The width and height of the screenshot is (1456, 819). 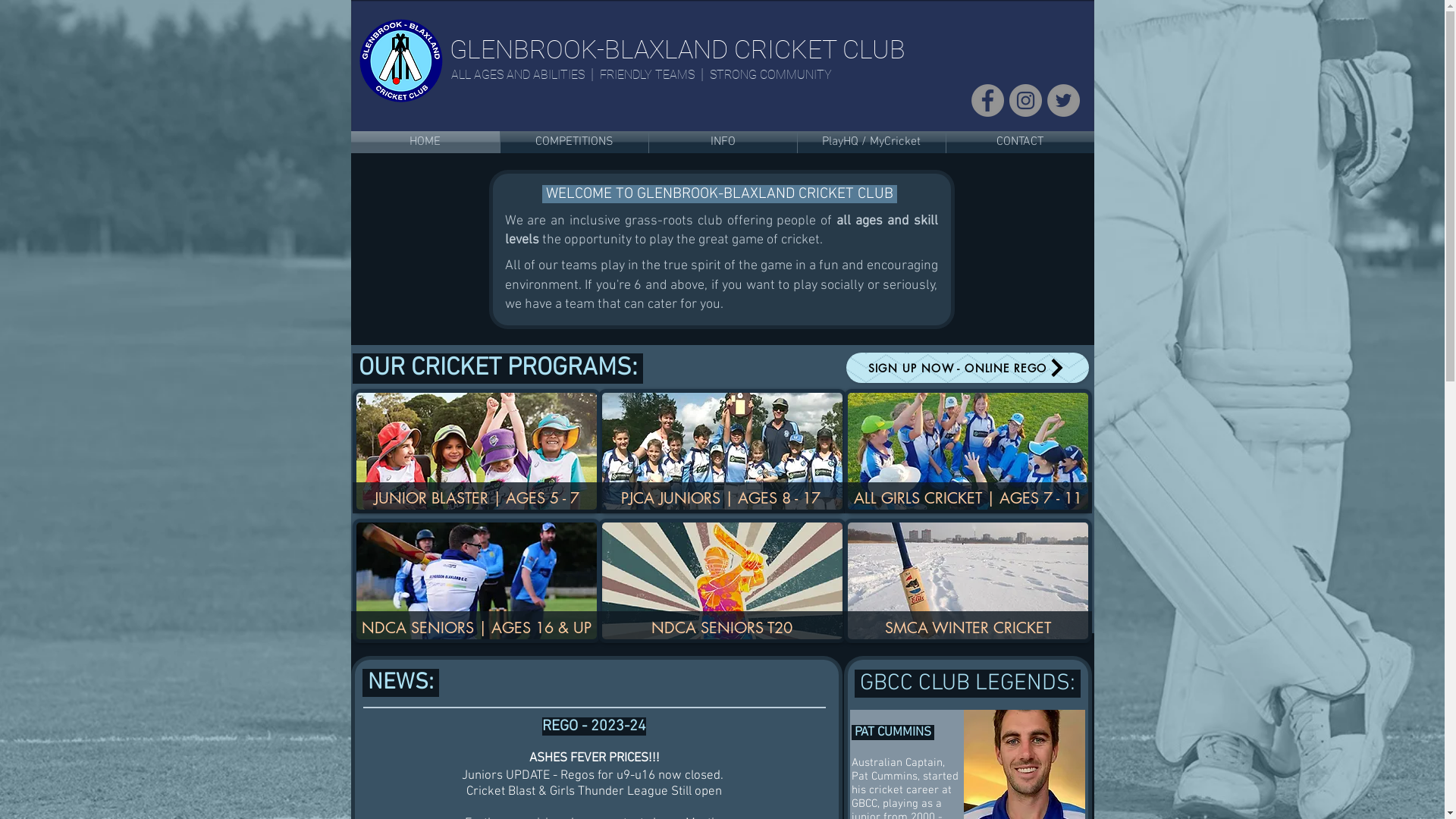 I want to click on 'HOME', so click(x=425, y=142).